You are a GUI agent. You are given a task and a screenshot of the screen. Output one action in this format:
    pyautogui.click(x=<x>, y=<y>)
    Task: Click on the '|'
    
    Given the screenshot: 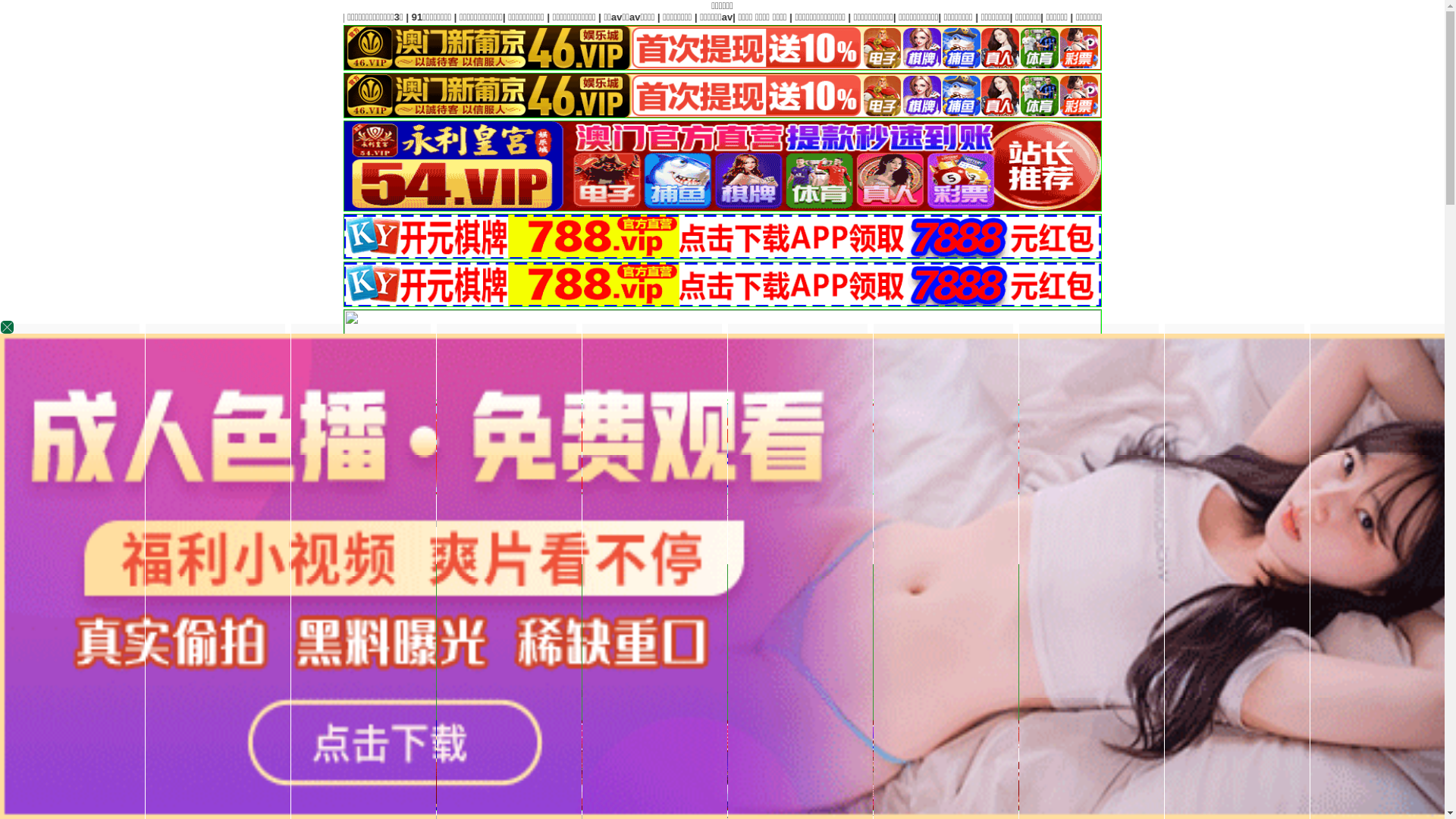 What is the action you would take?
    pyautogui.click(x=1050, y=17)
    